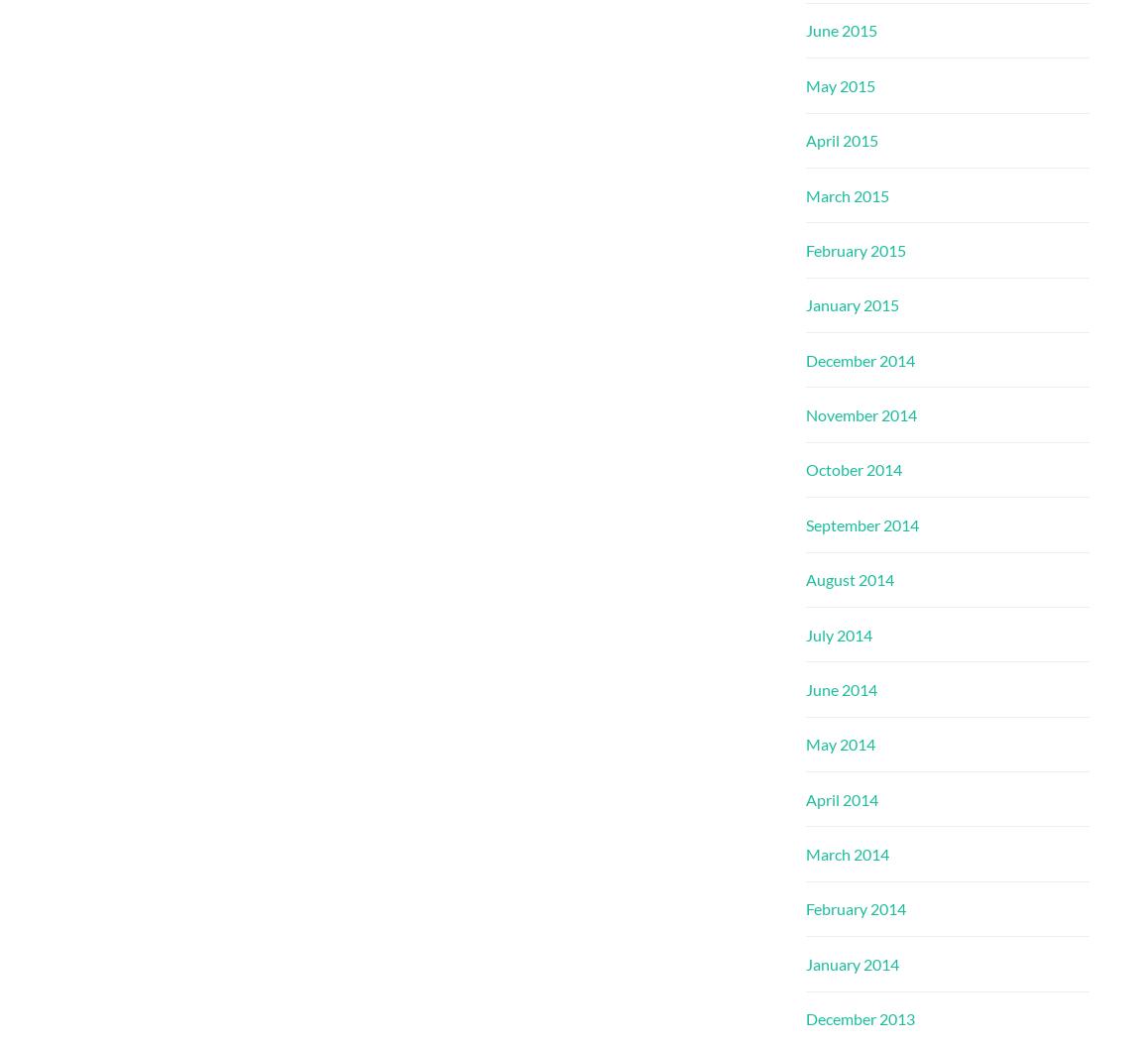  What do you see at coordinates (805, 853) in the screenshot?
I see `'March 2014'` at bounding box center [805, 853].